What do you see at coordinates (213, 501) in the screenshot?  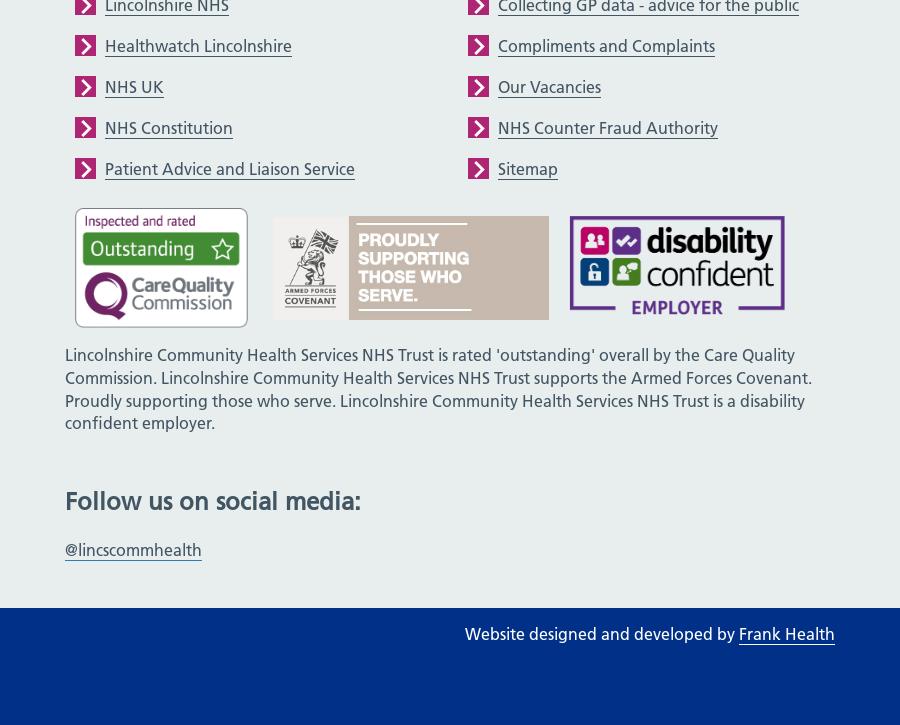 I see `'Follow us on social media:'` at bounding box center [213, 501].